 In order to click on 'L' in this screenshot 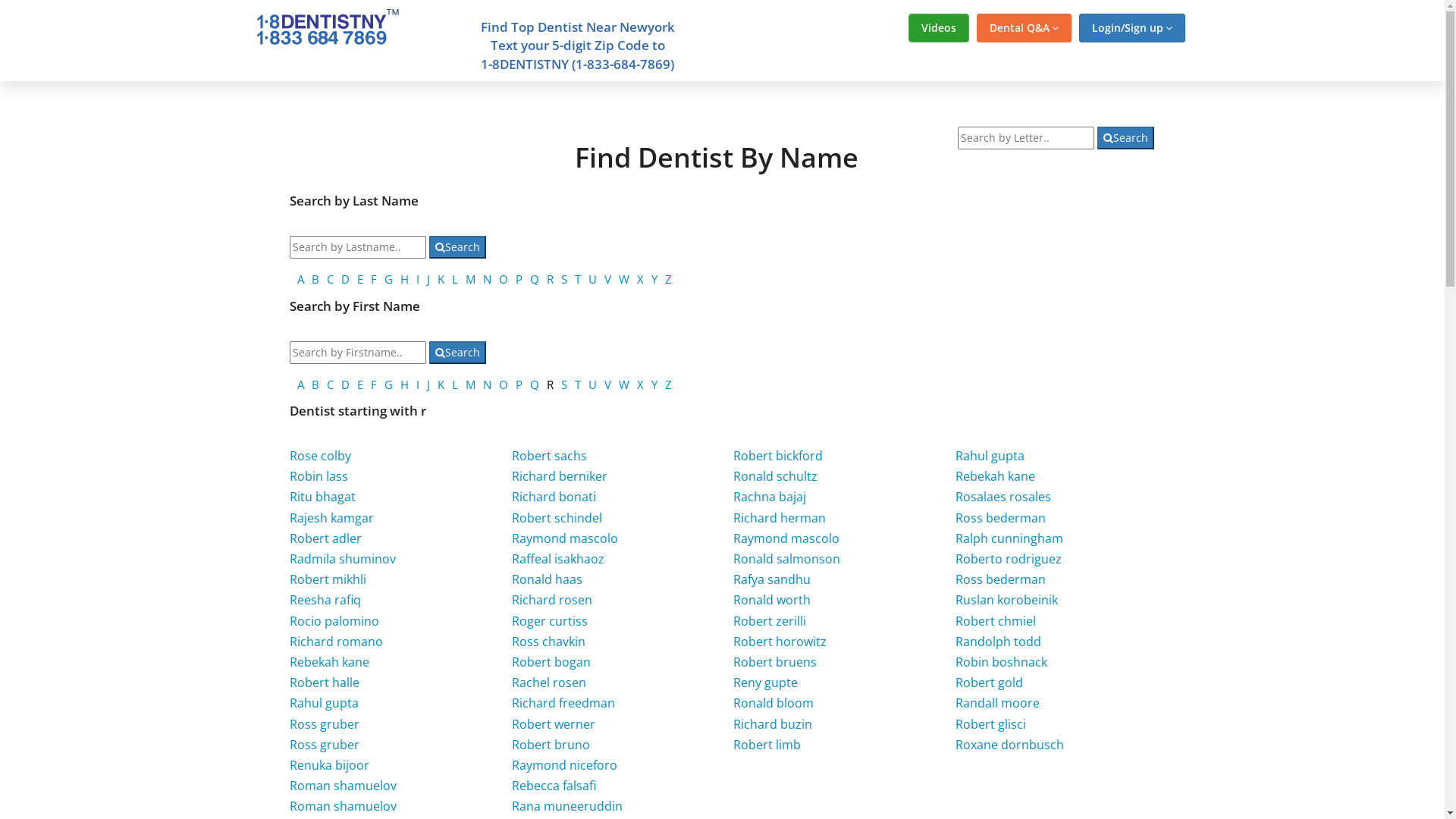, I will do `click(454, 383)`.